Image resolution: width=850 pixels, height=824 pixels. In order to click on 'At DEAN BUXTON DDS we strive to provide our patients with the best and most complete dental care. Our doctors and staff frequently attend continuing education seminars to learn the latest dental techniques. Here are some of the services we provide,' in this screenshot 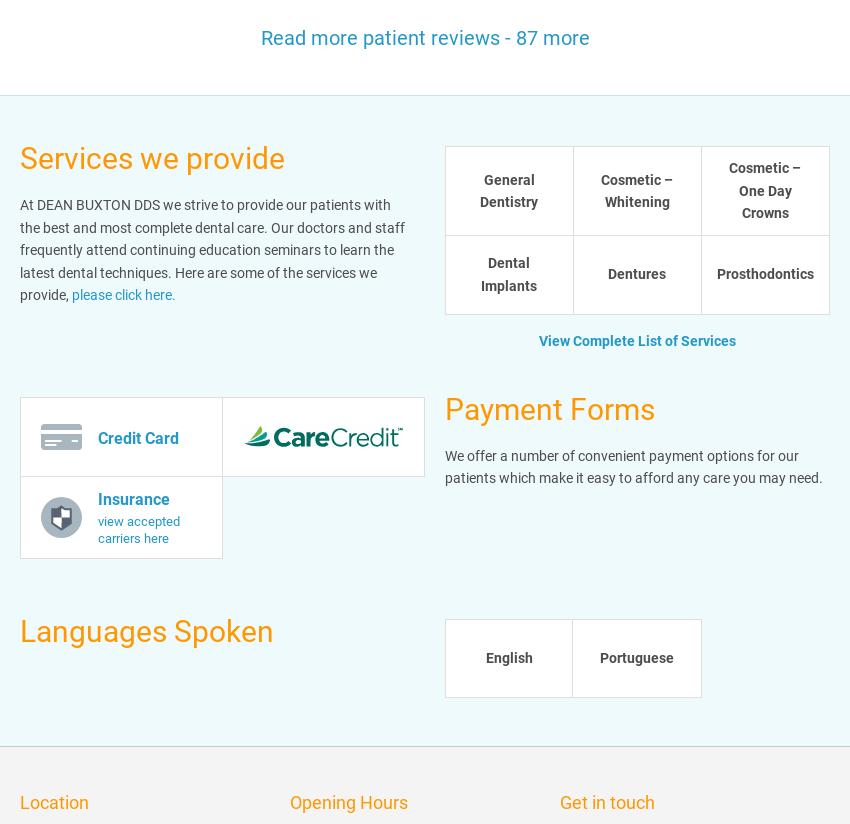, I will do `click(211, 250)`.